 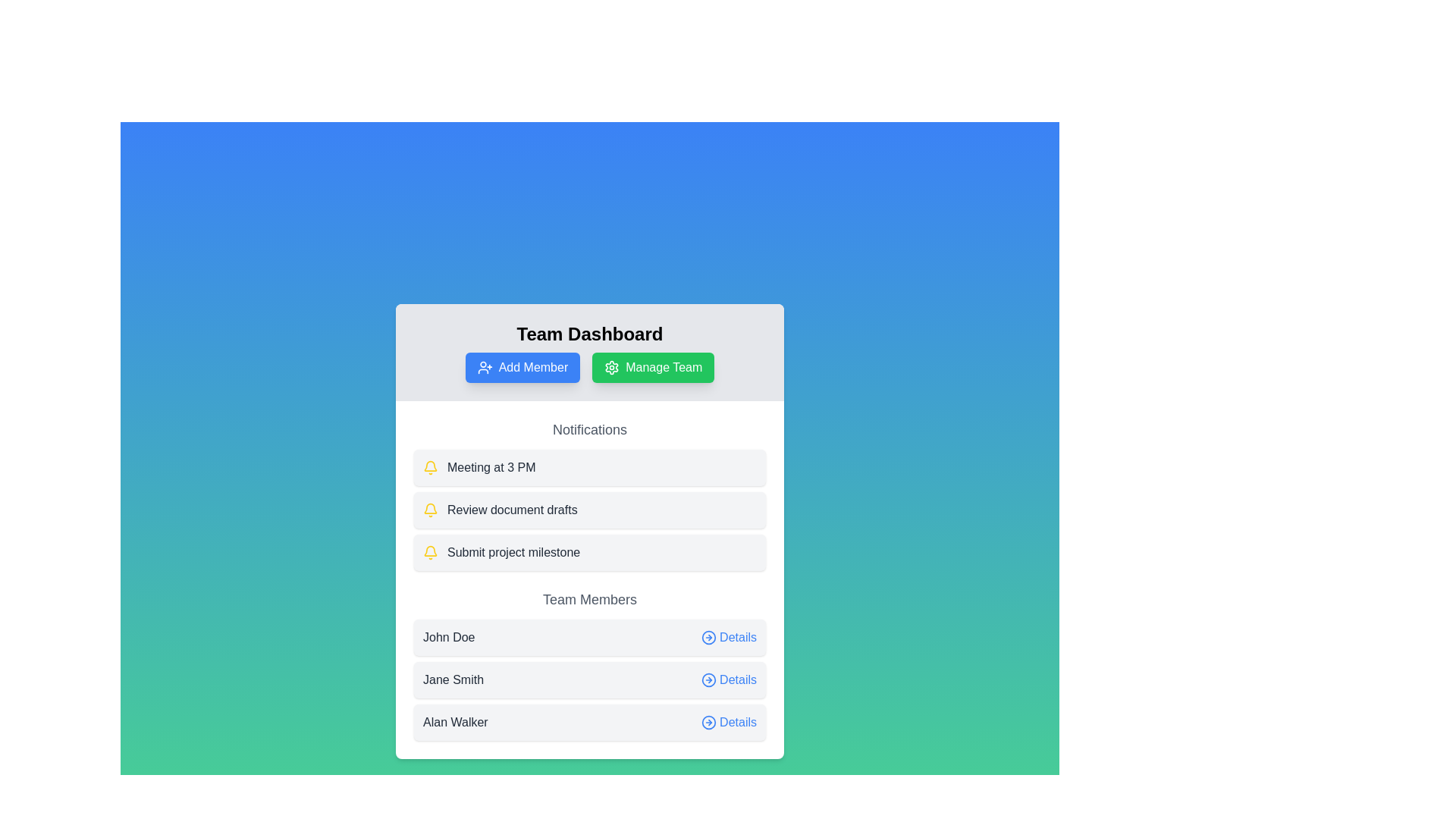 What do you see at coordinates (429, 551) in the screenshot?
I see `the visual indicator of the notification icon located to the left side of the 'Meeting at 3 PM' notification entry in the 'Notifications' list` at bounding box center [429, 551].